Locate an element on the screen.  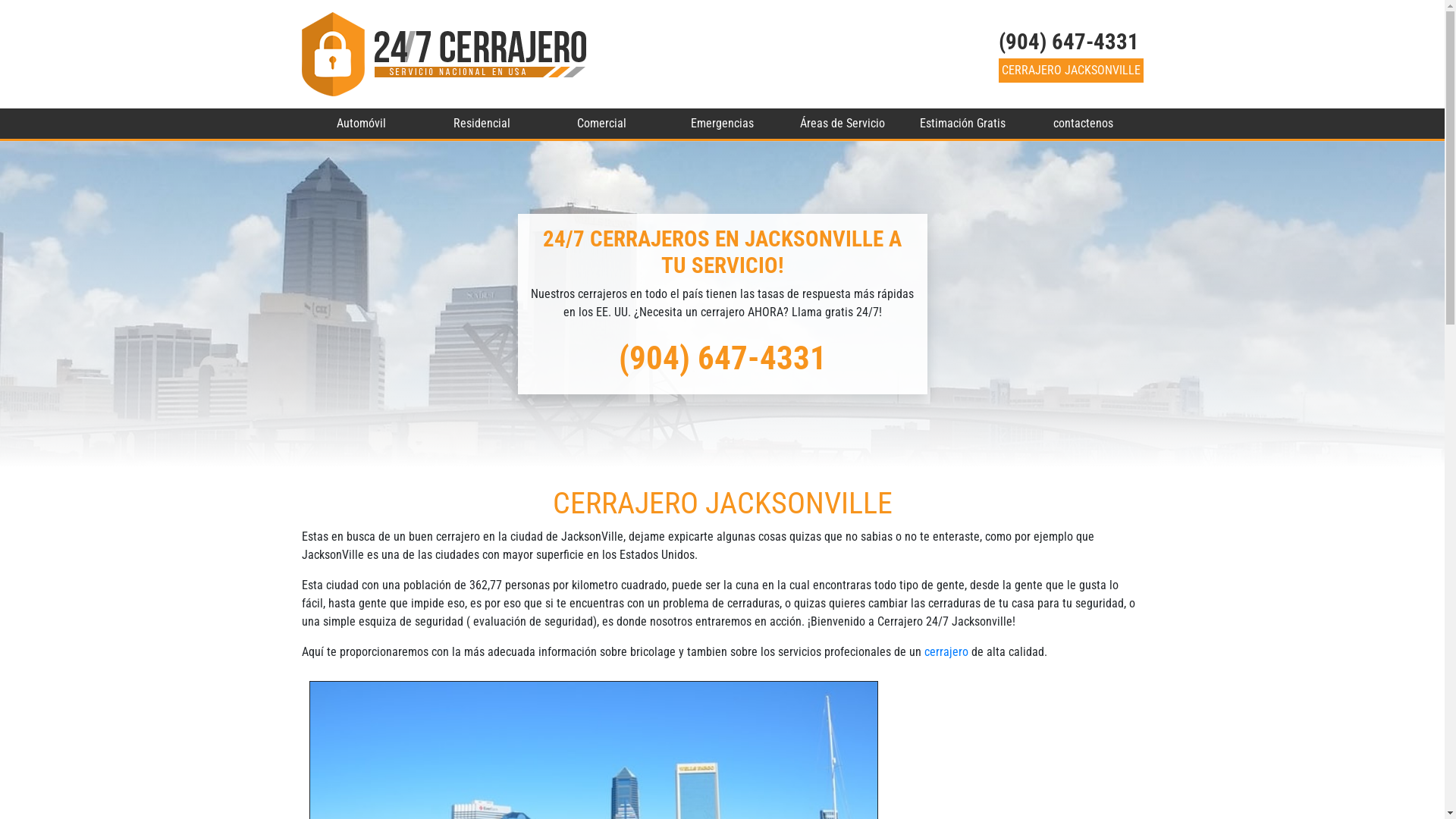
'contactenos' is located at coordinates (1022, 122).